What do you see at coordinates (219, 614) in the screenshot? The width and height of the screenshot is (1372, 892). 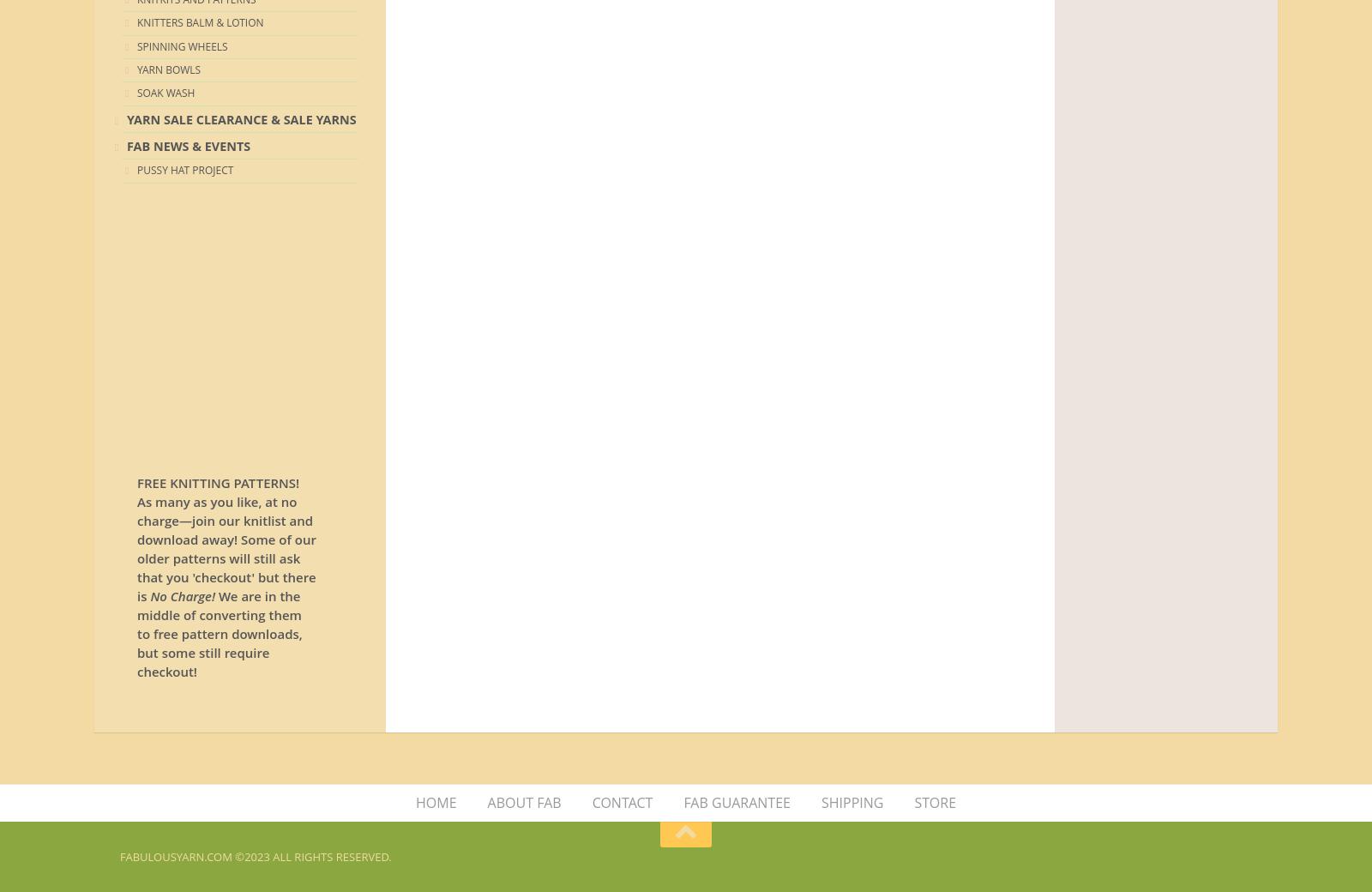 I see `'We are in the middle of converting them to'` at bounding box center [219, 614].